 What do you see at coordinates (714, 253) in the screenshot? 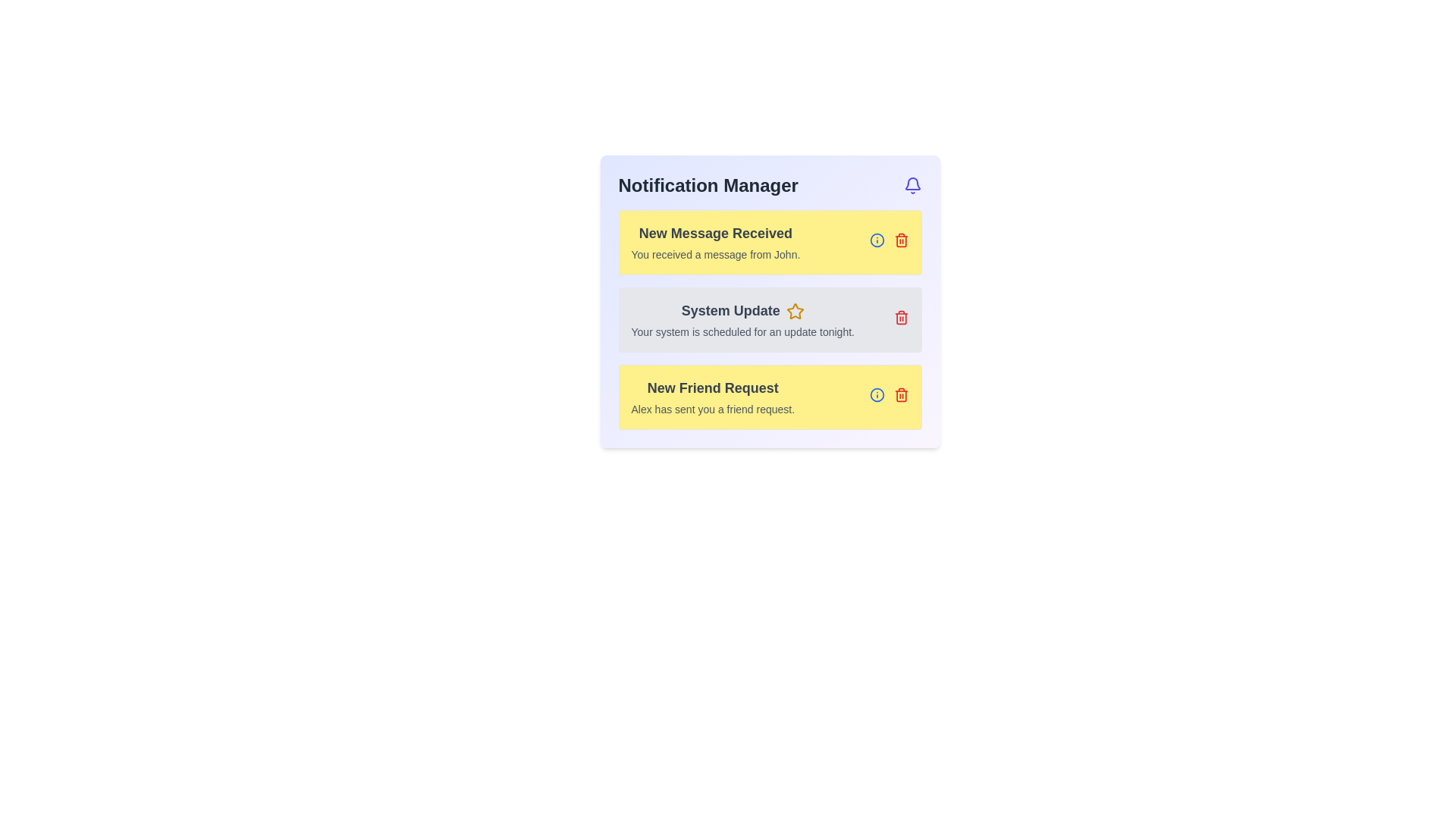
I see `text label that informs the user about a newly received message from 'John', positioned below 'New Message Received' in the top-left notification card of the Notification Manager` at bounding box center [714, 253].